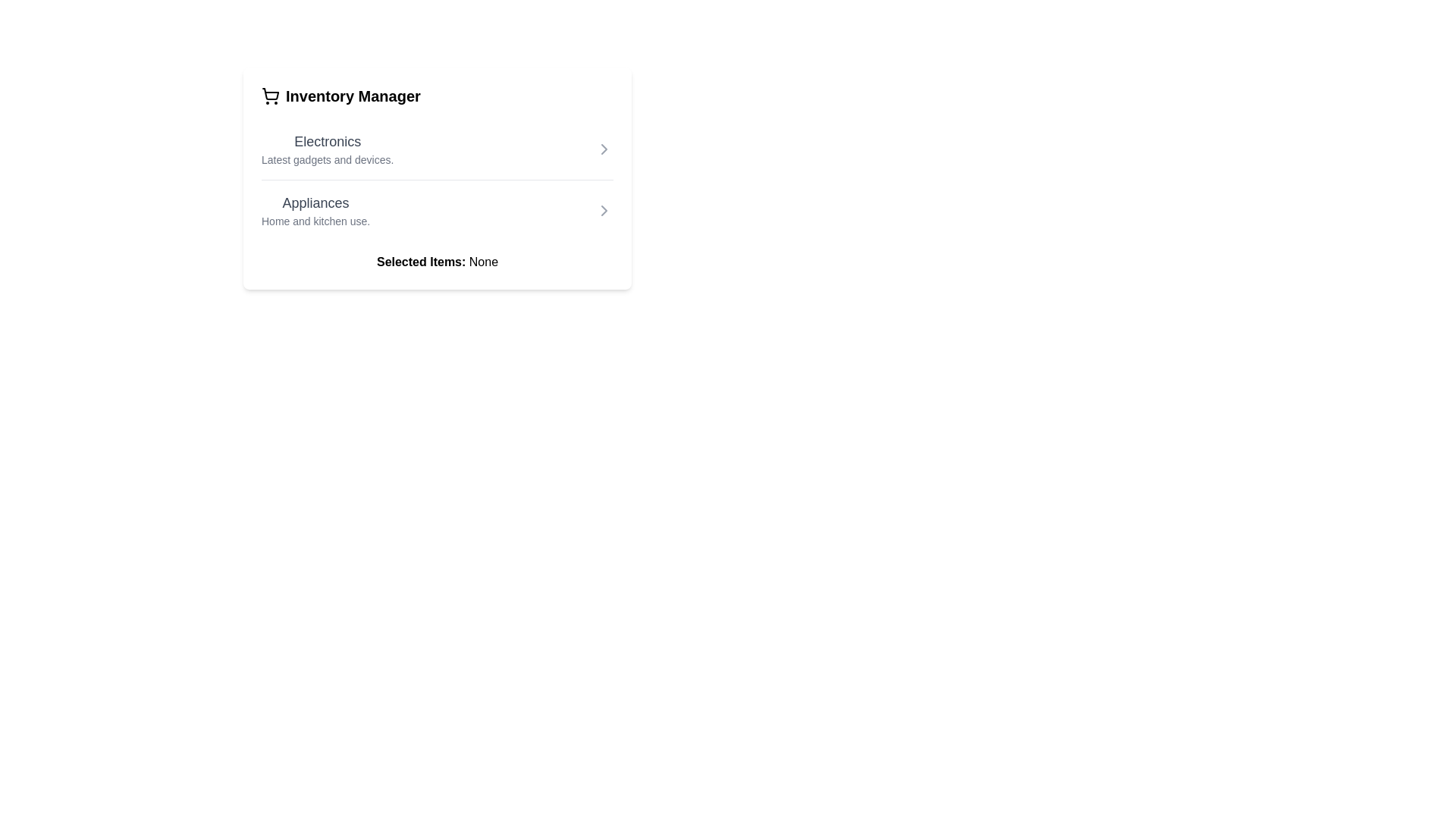 Image resolution: width=1456 pixels, height=819 pixels. Describe the element at coordinates (315, 221) in the screenshot. I see `the descriptive text element located below the 'Appliances' header, which provides additional context for the Appliances section` at that location.